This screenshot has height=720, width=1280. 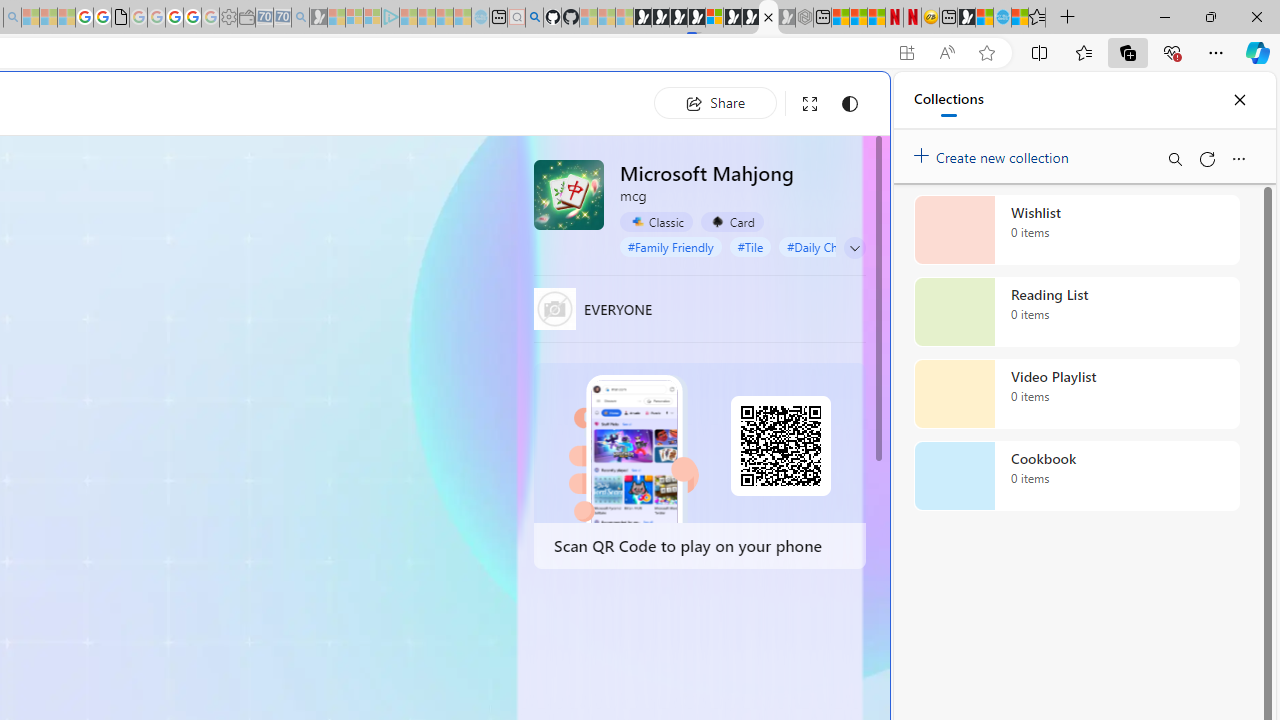 What do you see at coordinates (417, 265) in the screenshot?
I see `'Frequently visited'` at bounding box center [417, 265].